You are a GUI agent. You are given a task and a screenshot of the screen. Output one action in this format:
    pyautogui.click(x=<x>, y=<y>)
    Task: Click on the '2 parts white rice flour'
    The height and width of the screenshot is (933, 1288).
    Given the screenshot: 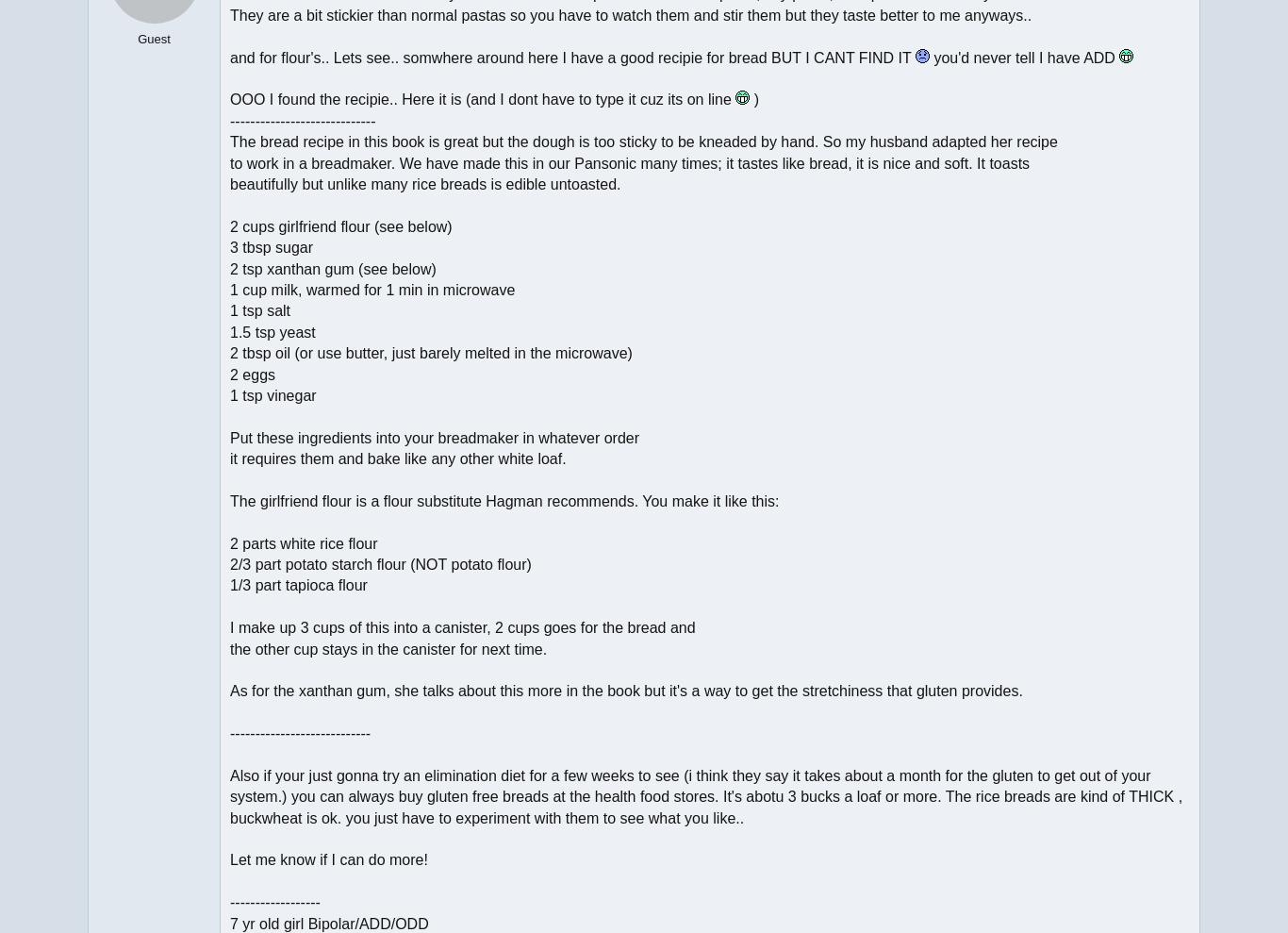 What is the action you would take?
    pyautogui.click(x=303, y=541)
    